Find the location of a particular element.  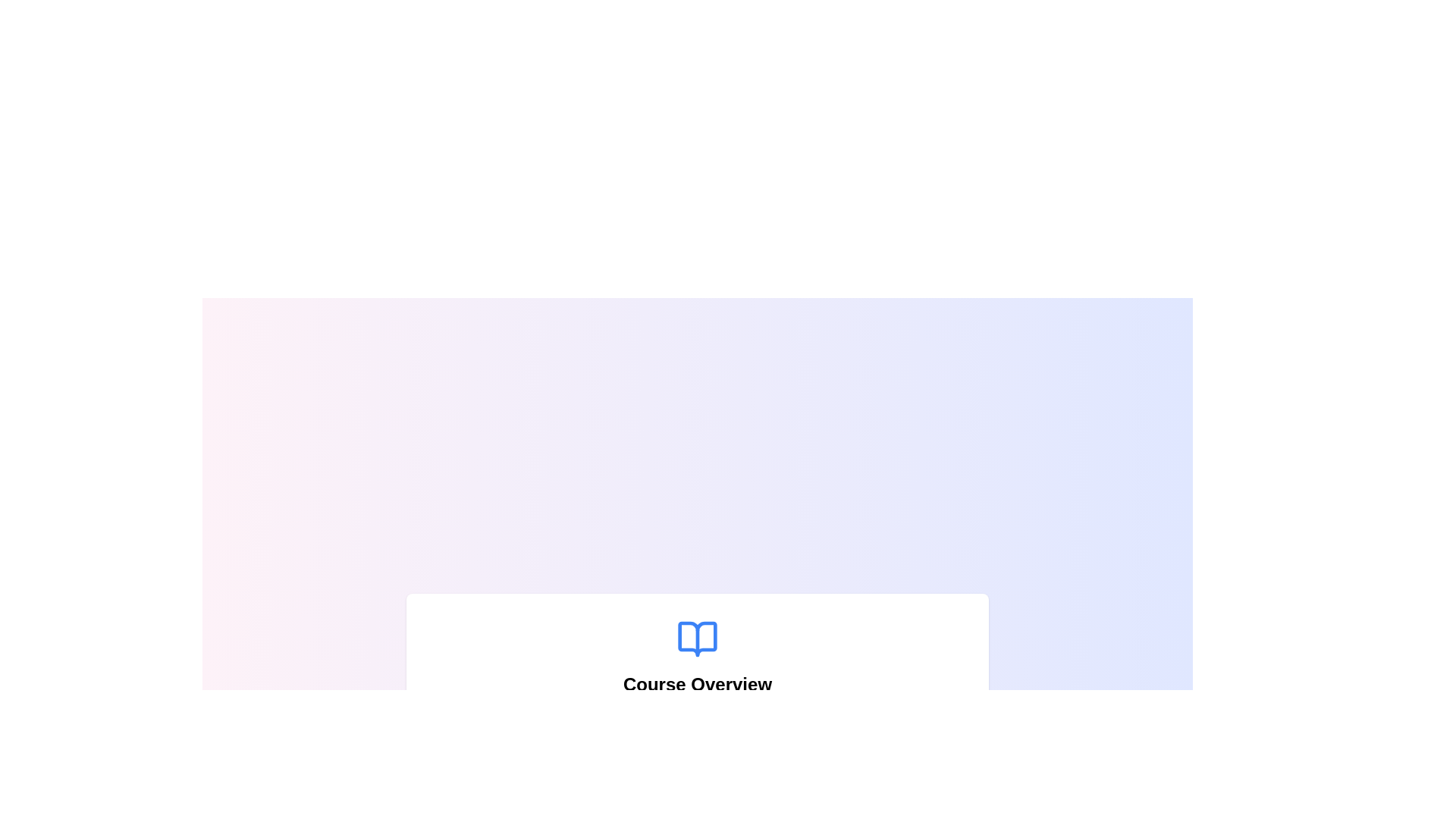

left page outline of the book icon, which is represented in blue and is part of the 'Course Overview' label group is located at coordinates (697, 639).